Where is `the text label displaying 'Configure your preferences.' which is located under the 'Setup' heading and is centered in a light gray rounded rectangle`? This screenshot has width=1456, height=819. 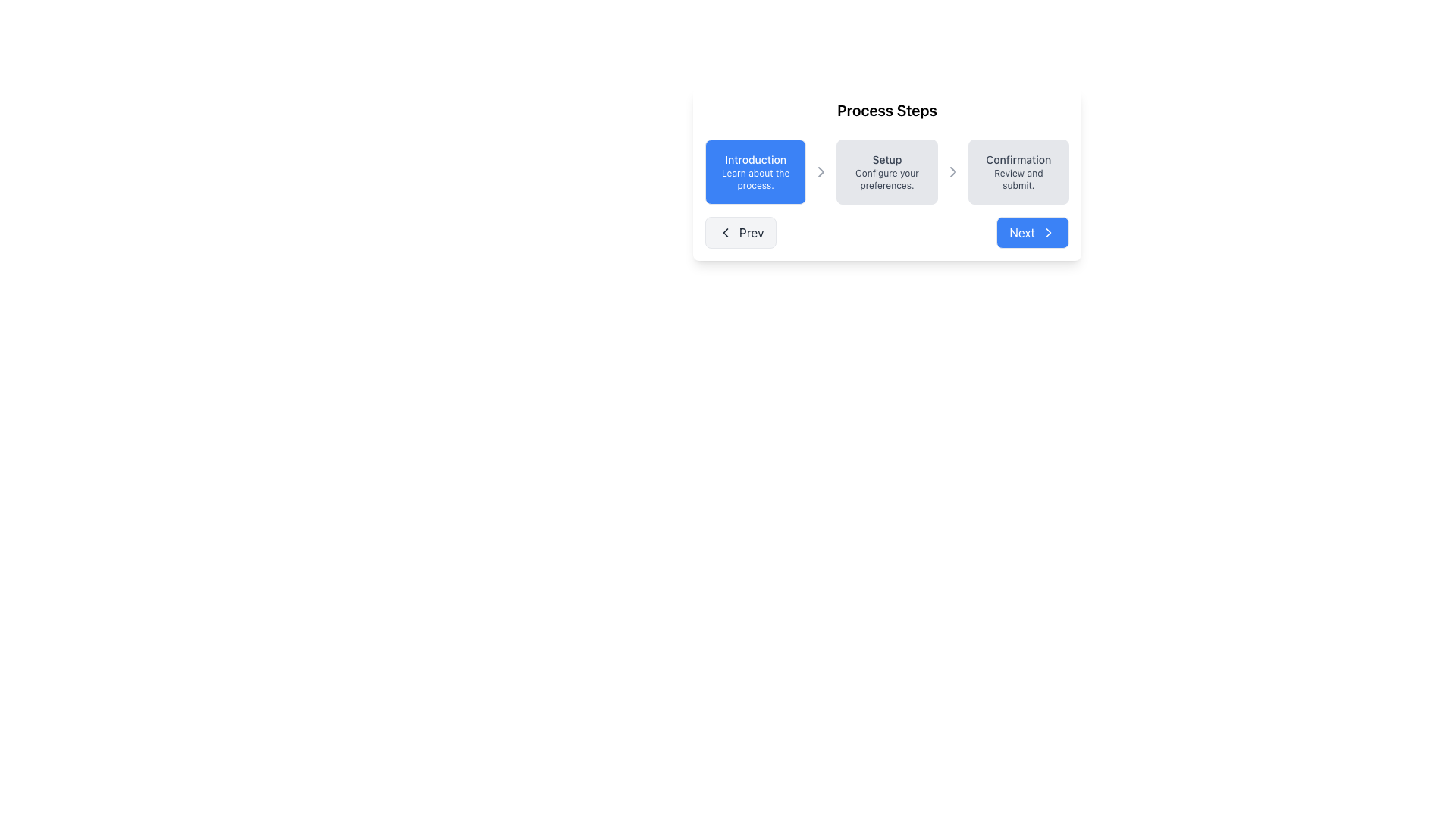
the text label displaying 'Configure your preferences.' which is located under the 'Setup' heading and is centered in a light gray rounded rectangle is located at coordinates (887, 178).